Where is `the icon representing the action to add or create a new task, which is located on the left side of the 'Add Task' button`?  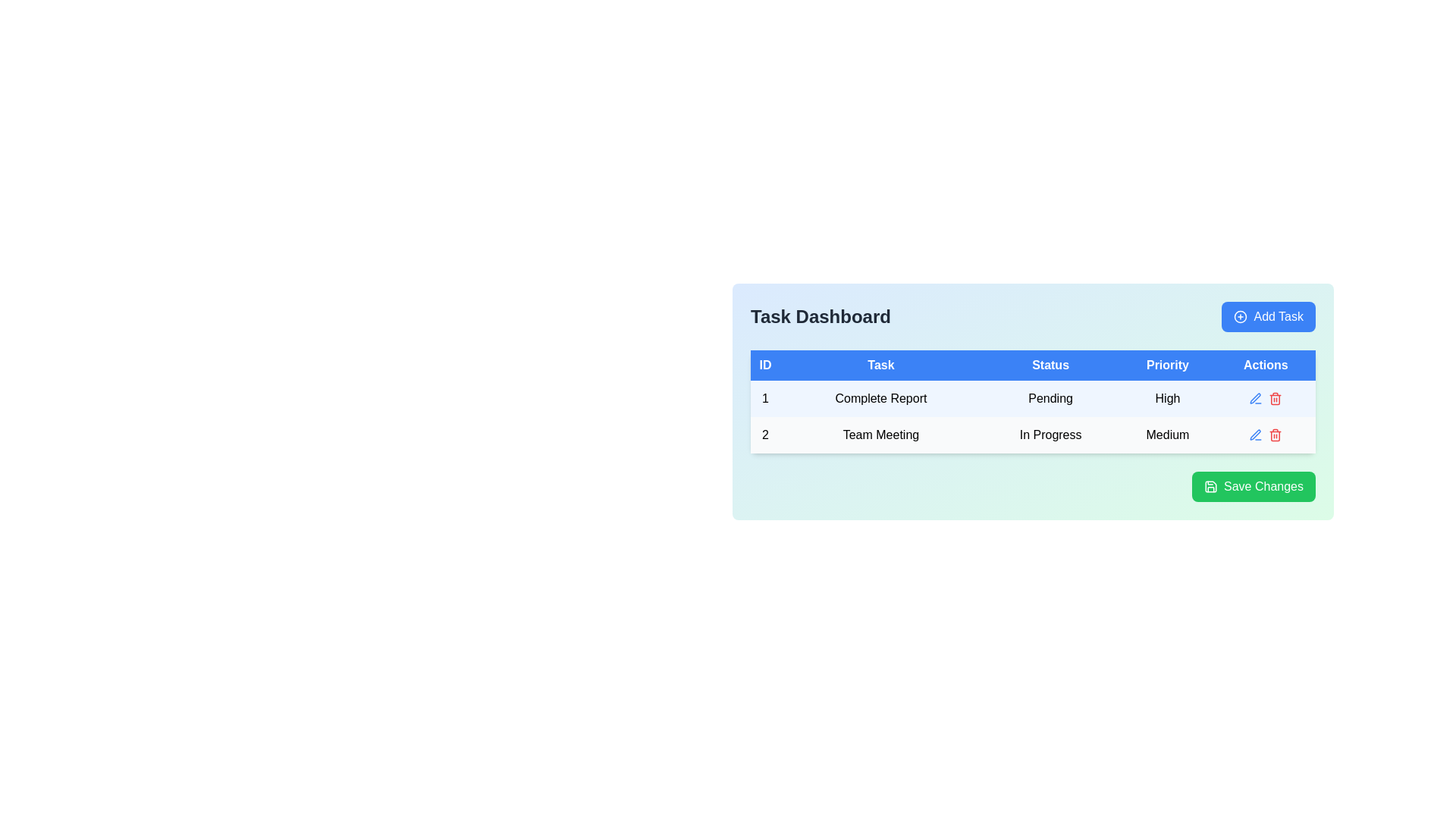
the icon representing the action to add or create a new task, which is located on the left side of the 'Add Task' button is located at coordinates (1241, 315).